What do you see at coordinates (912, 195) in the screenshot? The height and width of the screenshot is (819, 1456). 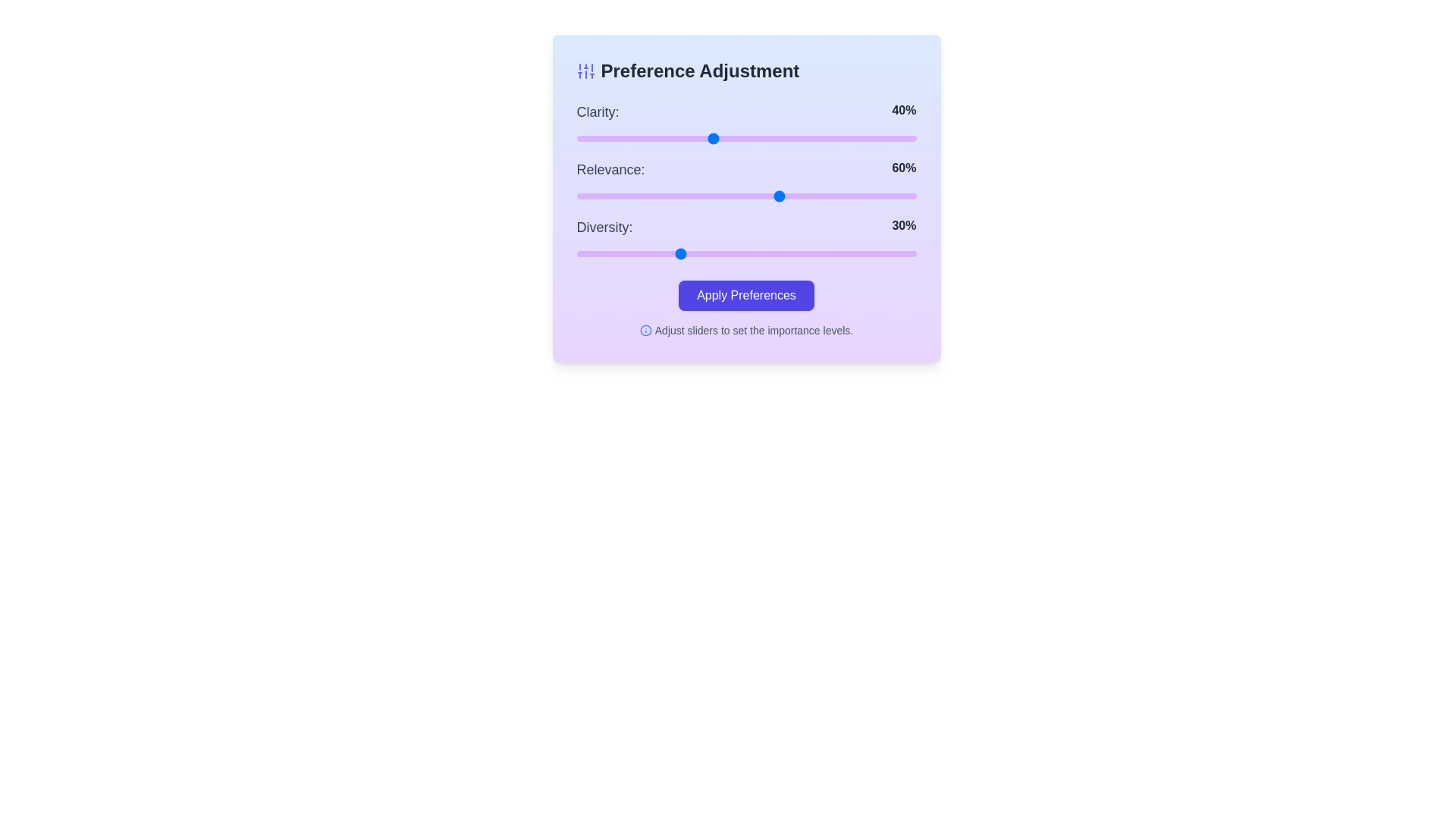 I see `the slider for 1 to 99%` at bounding box center [912, 195].